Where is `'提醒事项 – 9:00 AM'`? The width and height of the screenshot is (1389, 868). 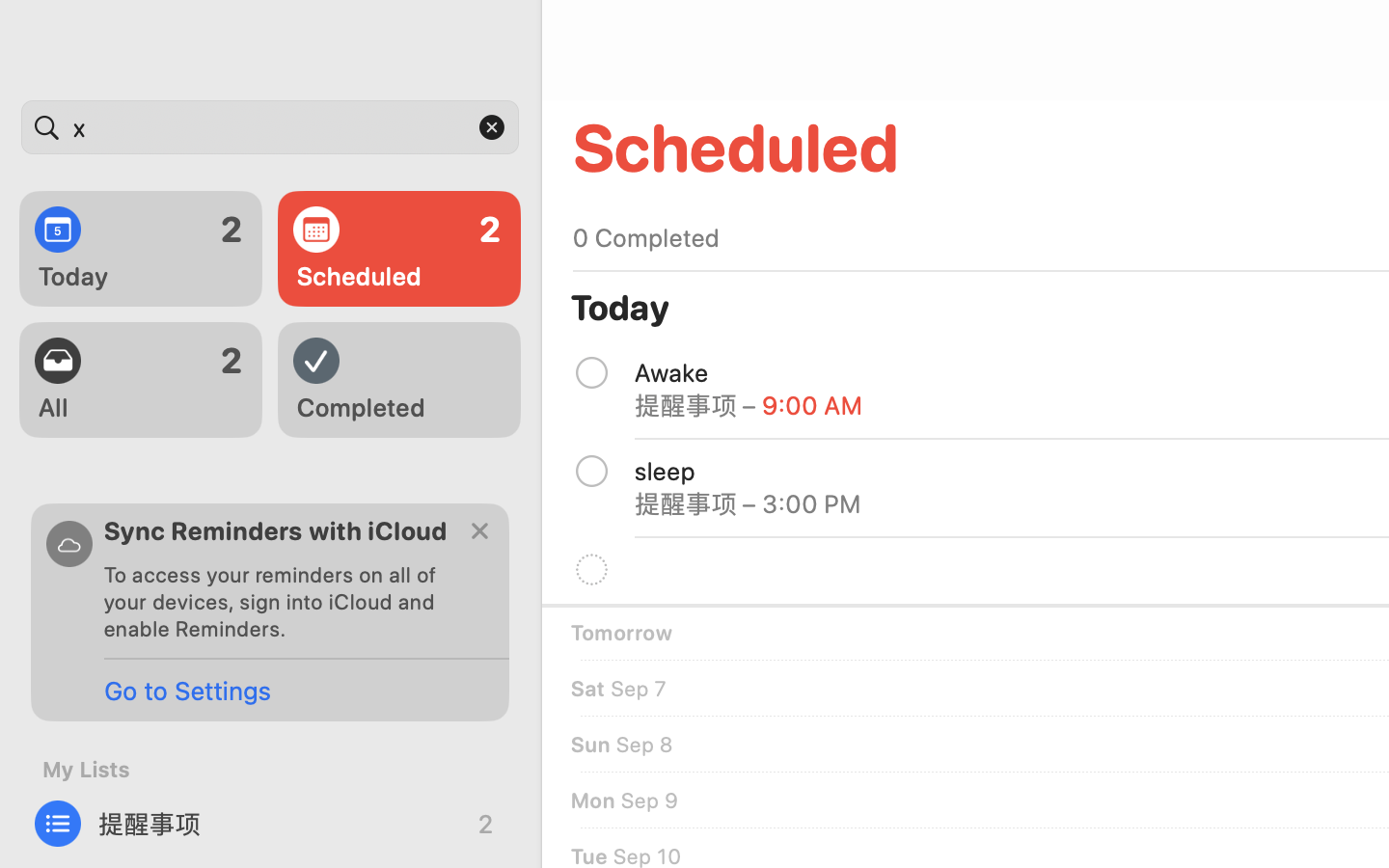 '提醒事项 – 9:00 AM' is located at coordinates (748, 405).